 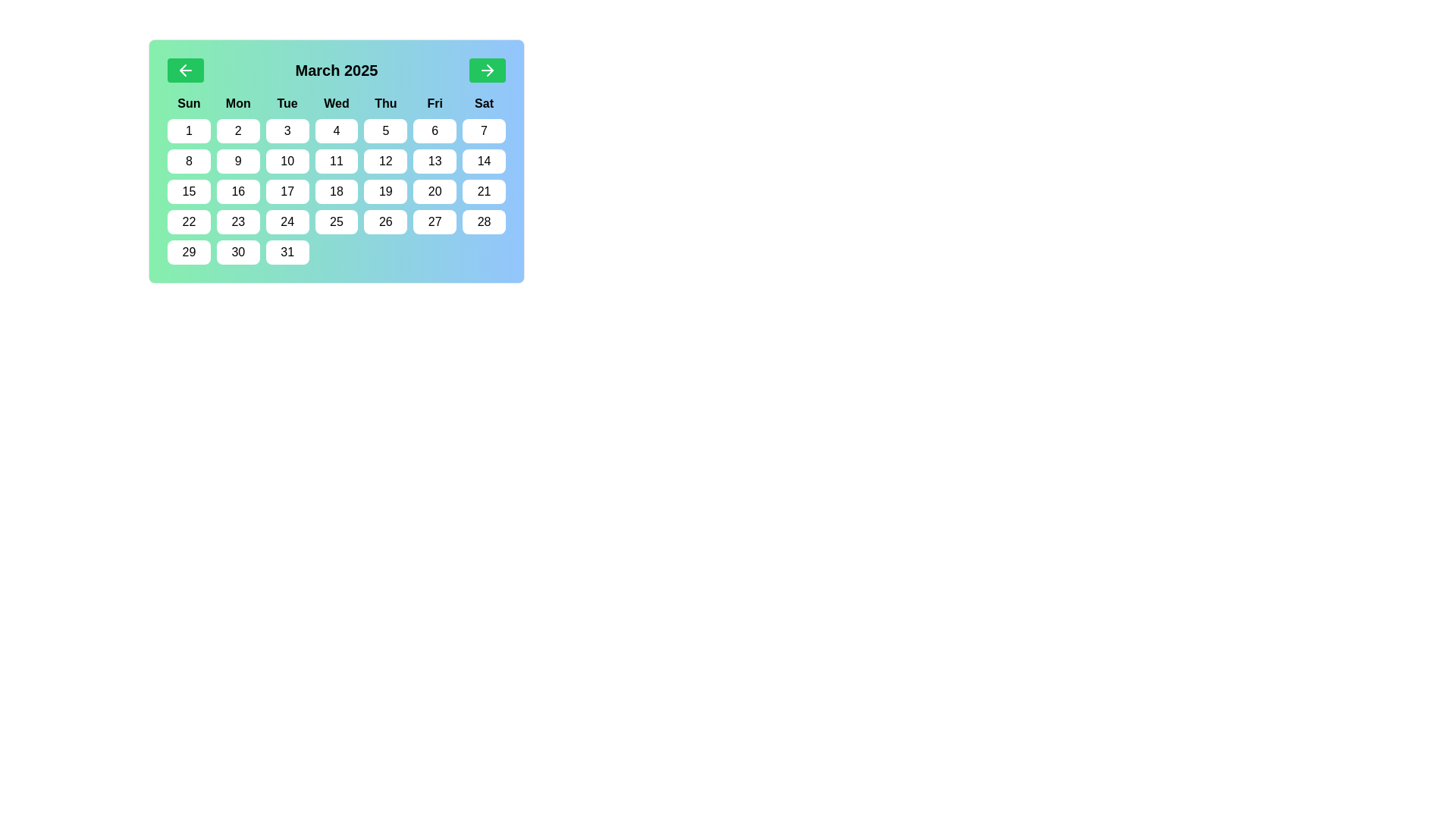 I want to click on the button representing the date 25th in the calendar view, so click(x=335, y=222).